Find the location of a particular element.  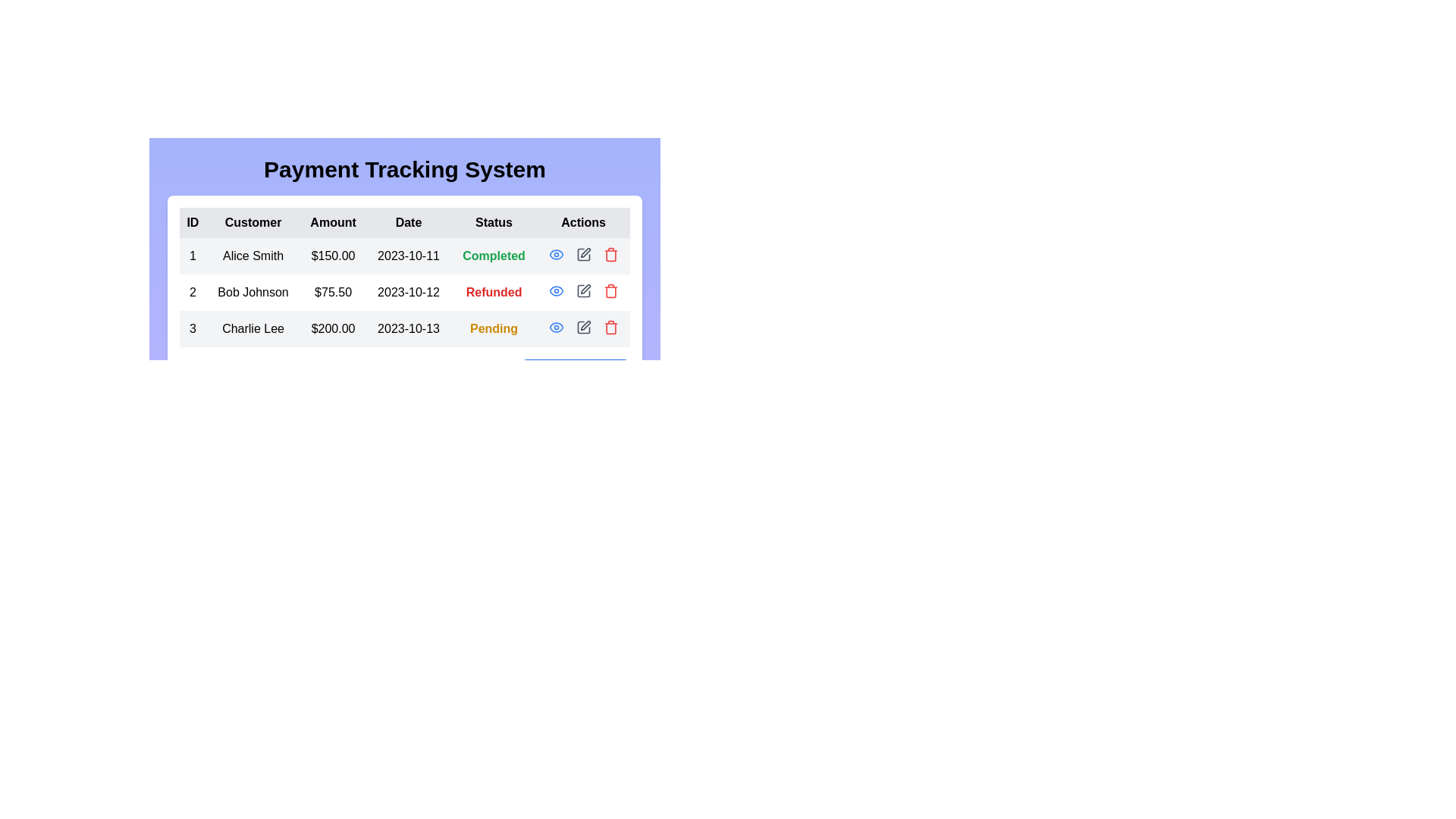

the static text displaying the date '2023-10-11' in the fourth column of the first row of the payment information table for Alice Smith is located at coordinates (408, 256).